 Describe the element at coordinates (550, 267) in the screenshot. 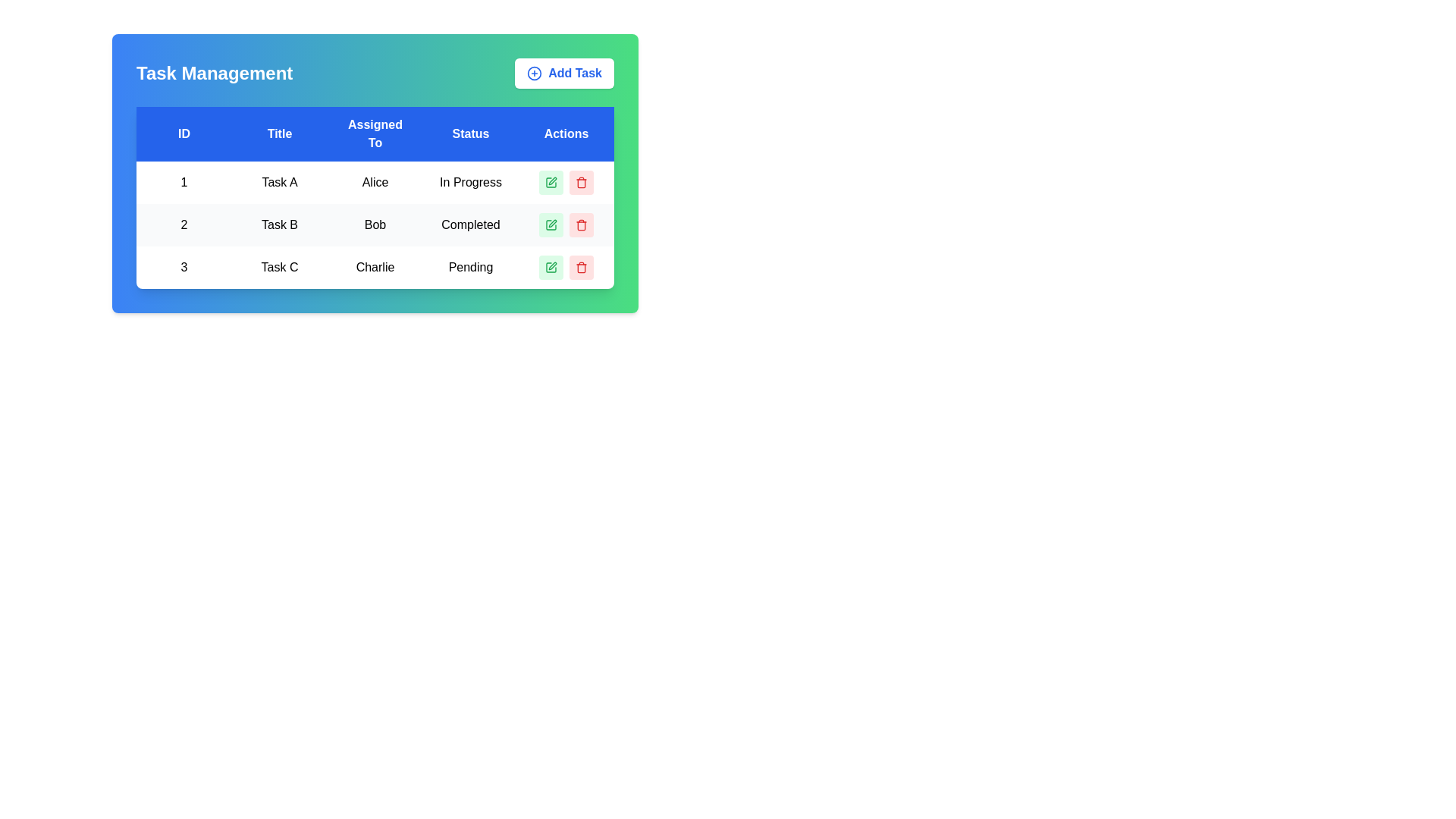

I see `the green square icon button located in the 'Actions' column of the third row in the task management table` at that location.